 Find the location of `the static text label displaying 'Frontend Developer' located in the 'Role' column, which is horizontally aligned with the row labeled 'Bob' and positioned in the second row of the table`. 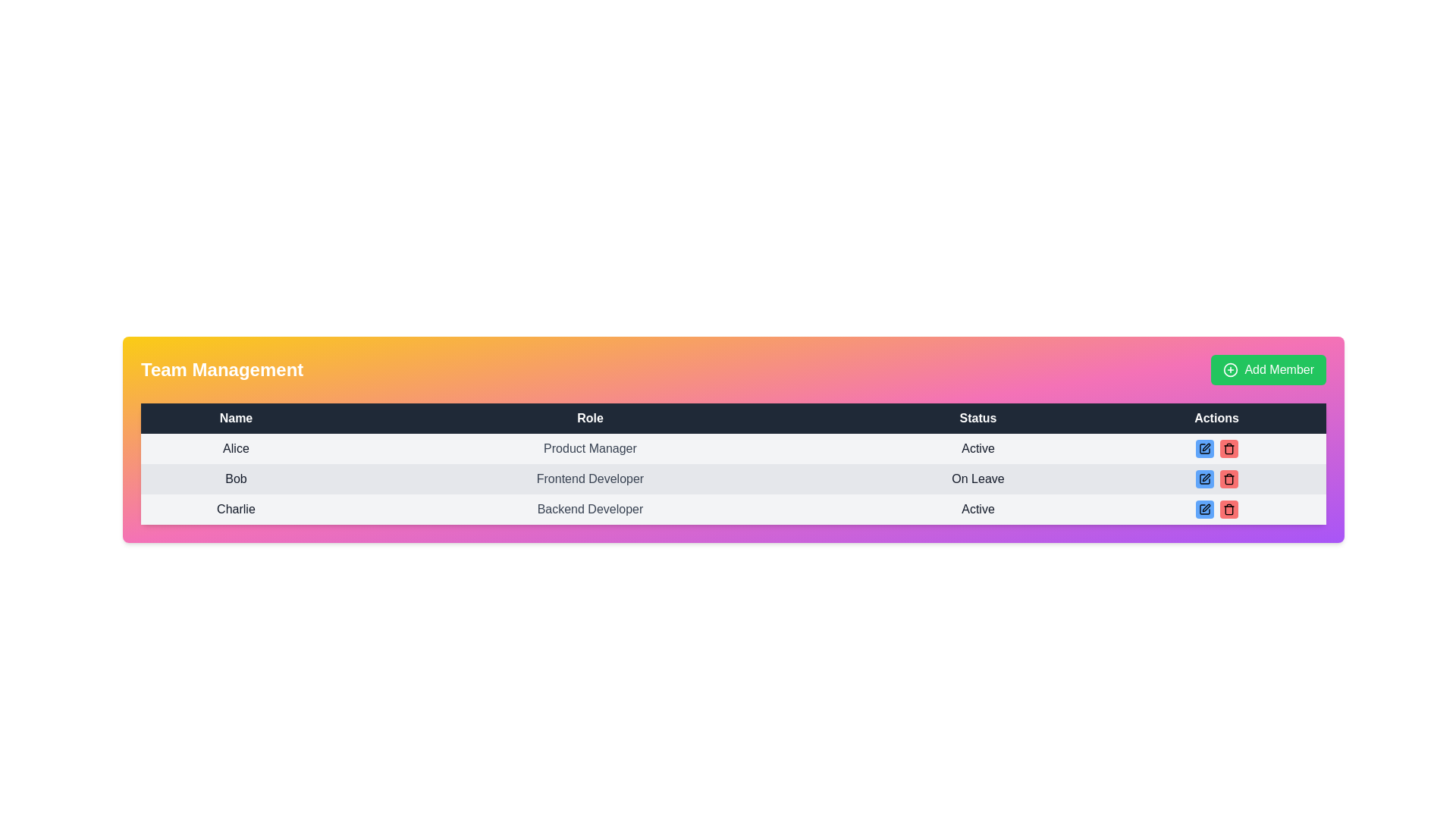

the static text label displaying 'Frontend Developer' located in the 'Role' column, which is horizontally aligned with the row labeled 'Bob' and positioned in the second row of the table is located at coordinates (589, 479).